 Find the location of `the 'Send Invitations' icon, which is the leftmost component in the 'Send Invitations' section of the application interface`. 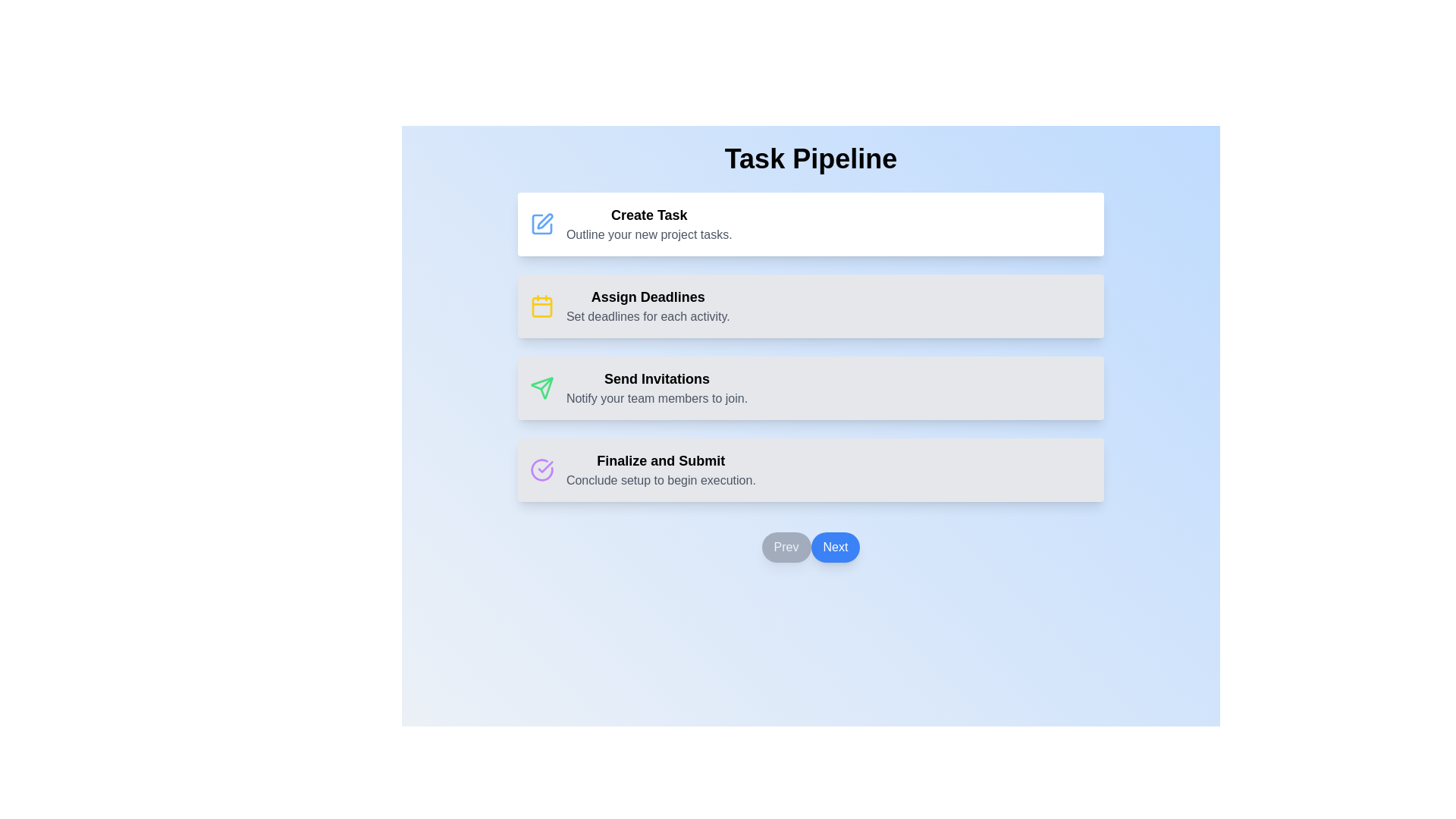

the 'Send Invitations' icon, which is the leftmost component in the 'Send Invitations' section of the application interface is located at coordinates (541, 388).